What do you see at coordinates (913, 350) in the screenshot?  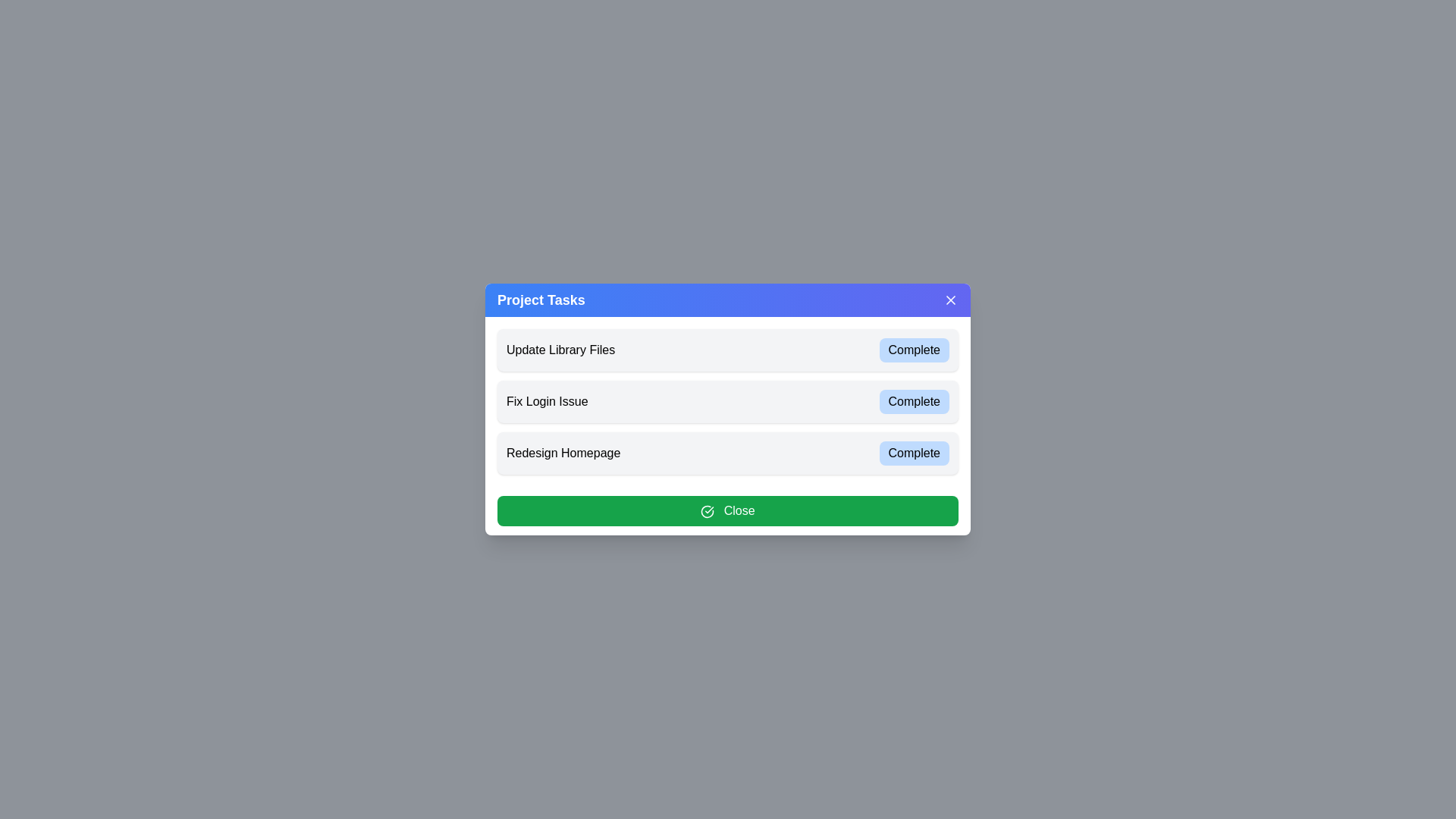 I see `the button on the right side of the first row in the task list within the 'Project Tasks' modal to mark the task 'Update Library Files' as complete` at bounding box center [913, 350].